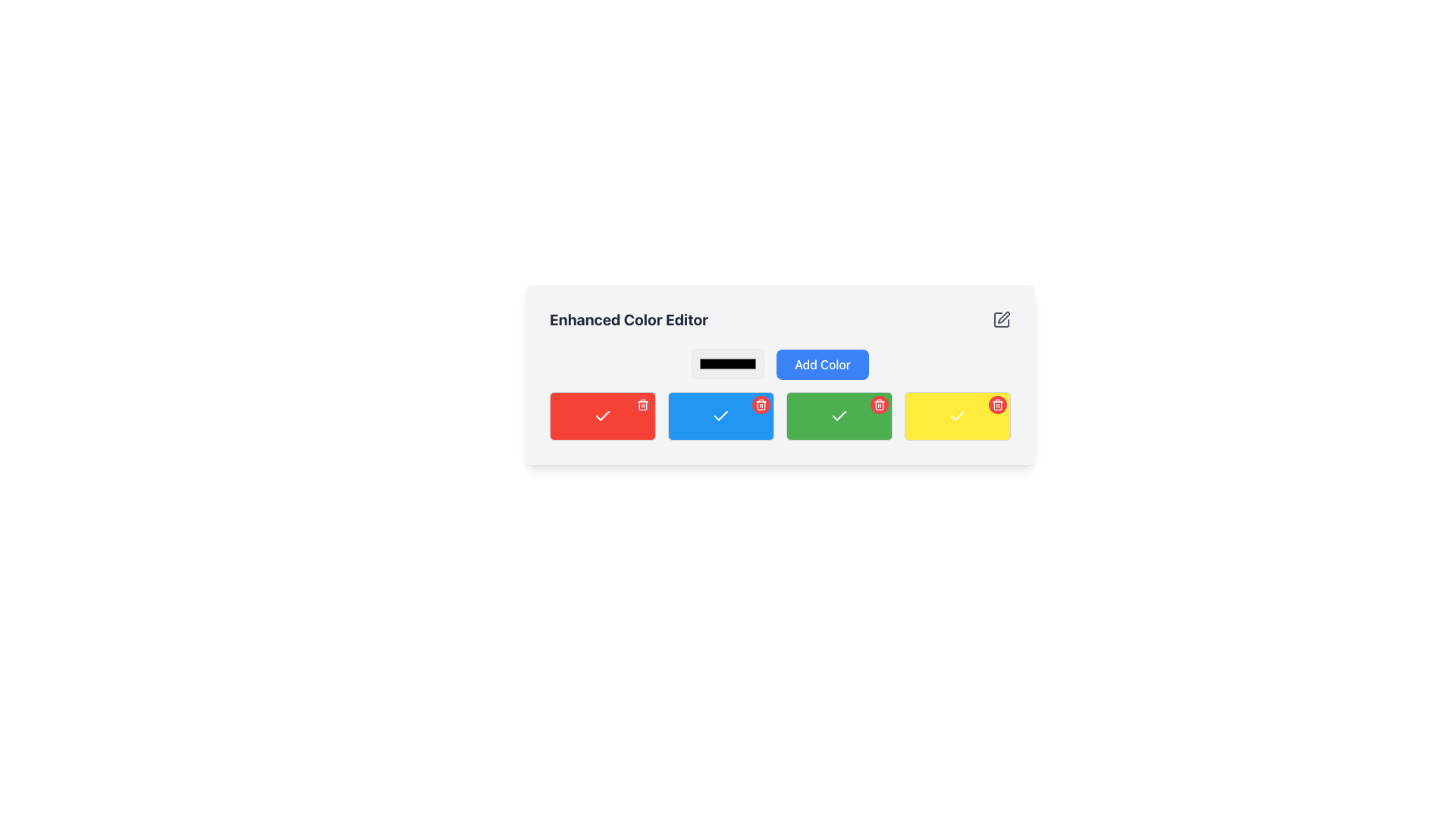 The width and height of the screenshot is (1456, 819). Describe the element at coordinates (1004, 317) in the screenshot. I see `the pen tool icon located in the top-right corner of the 'Enhanced Color Editor' interface` at that location.